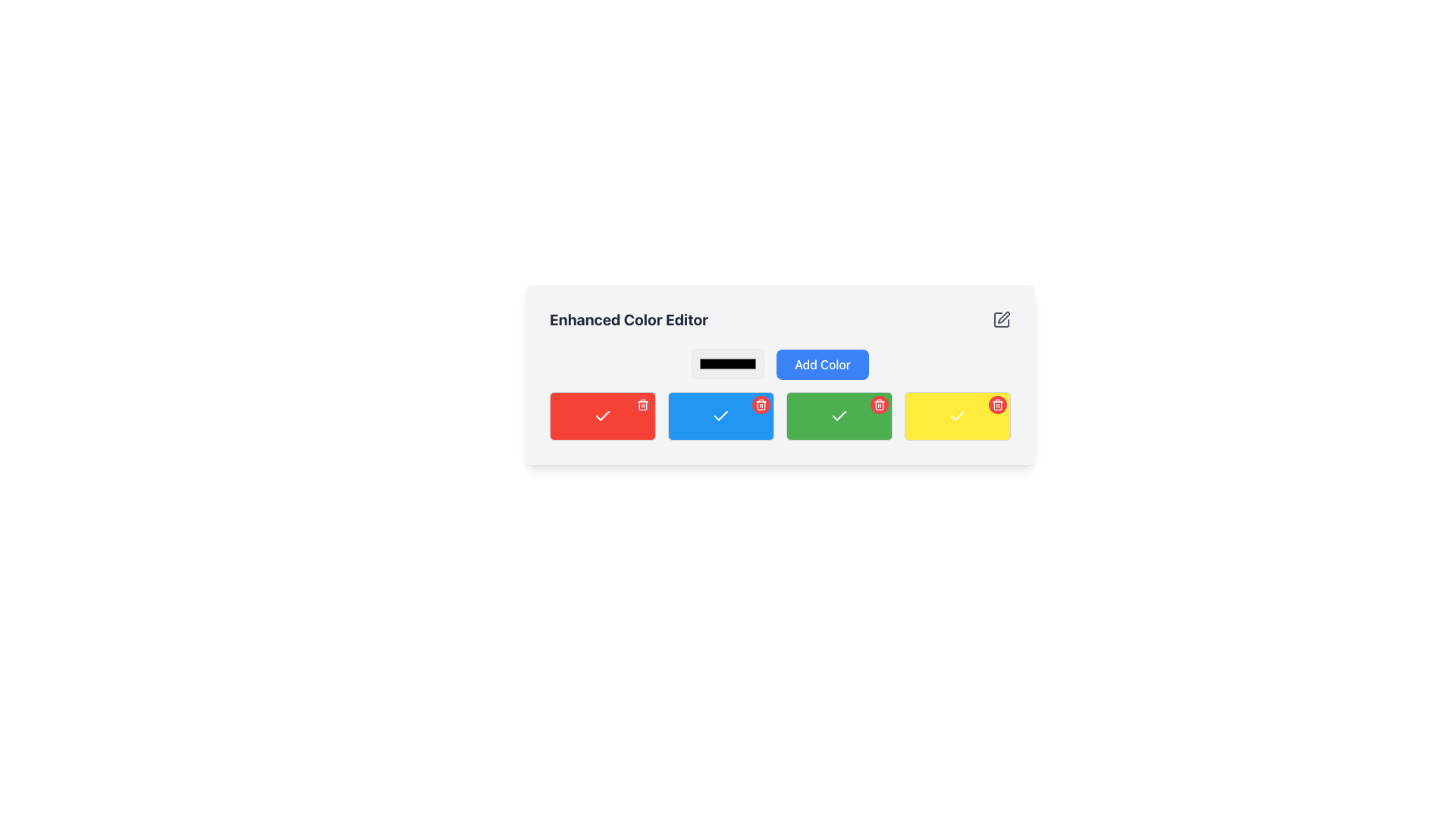 The width and height of the screenshot is (1456, 819). Describe the element at coordinates (1004, 317) in the screenshot. I see `the pen tool icon located in the top-right corner of the 'Enhanced Color Editor' interface` at that location.